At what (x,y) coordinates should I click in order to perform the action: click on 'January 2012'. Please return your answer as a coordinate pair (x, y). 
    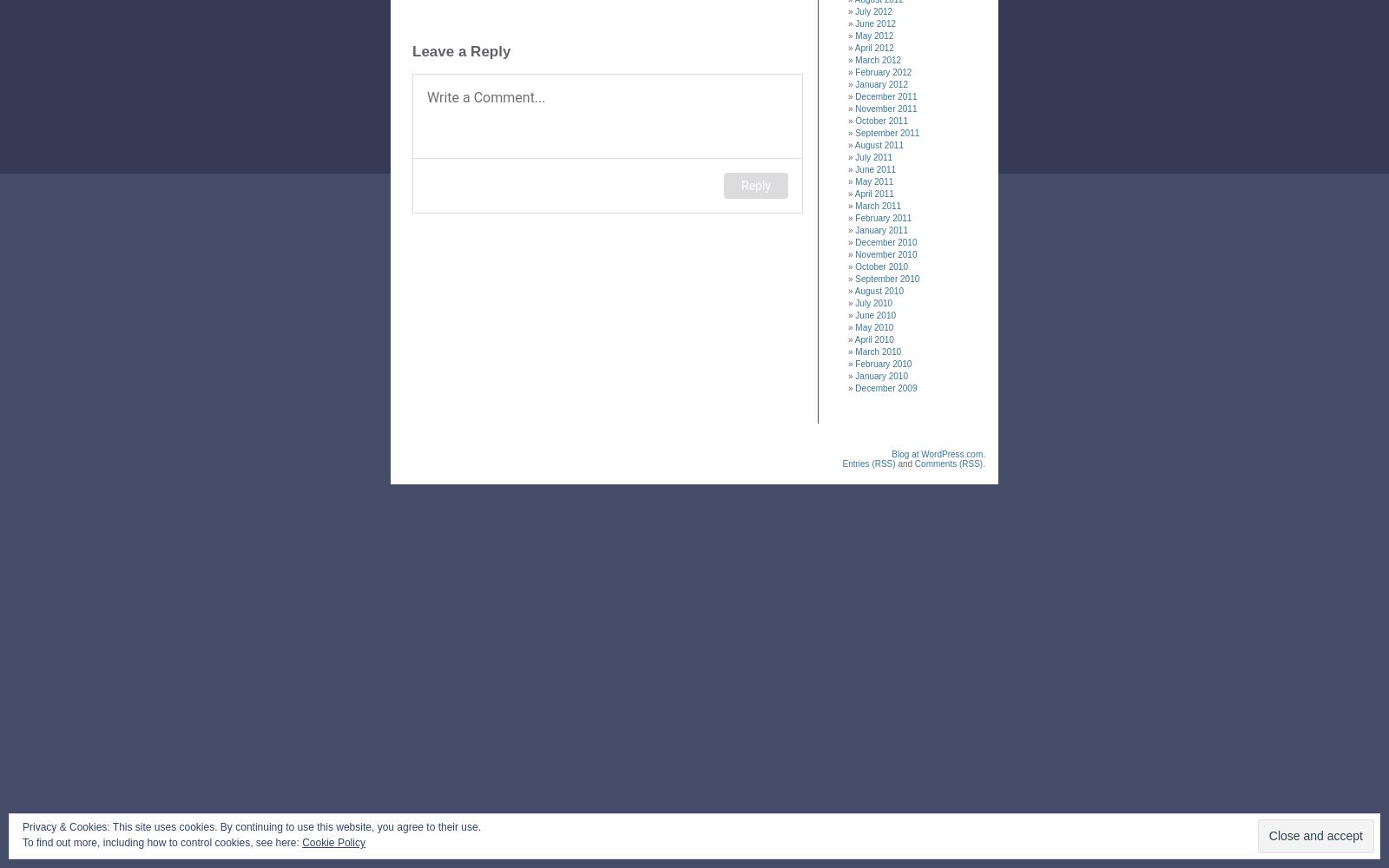
    Looking at the image, I should click on (881, 83).